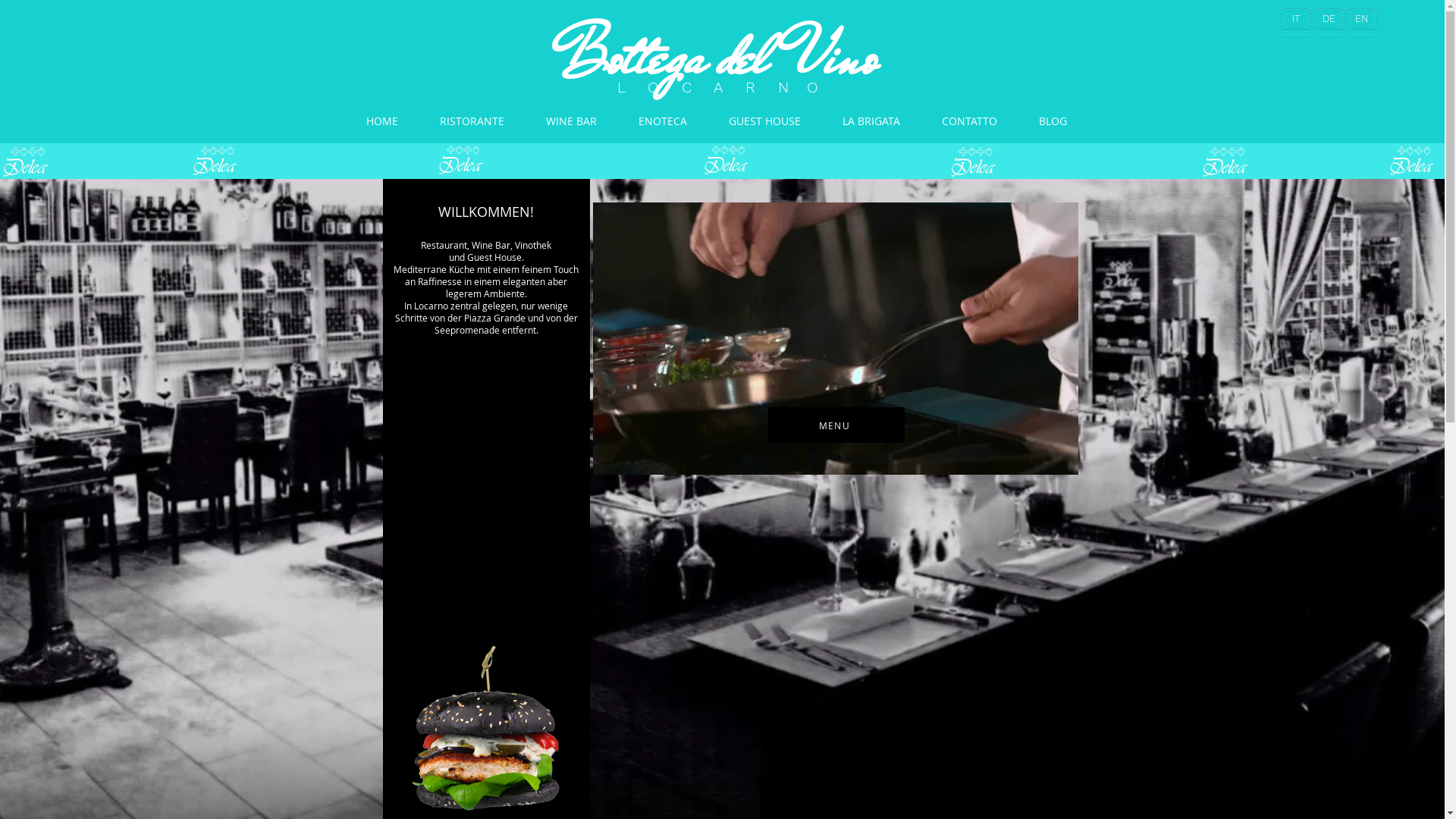 Image resolution: width=1456 pixels, height=819 pixels. I want to click on 'MENU', so click(767, 425).